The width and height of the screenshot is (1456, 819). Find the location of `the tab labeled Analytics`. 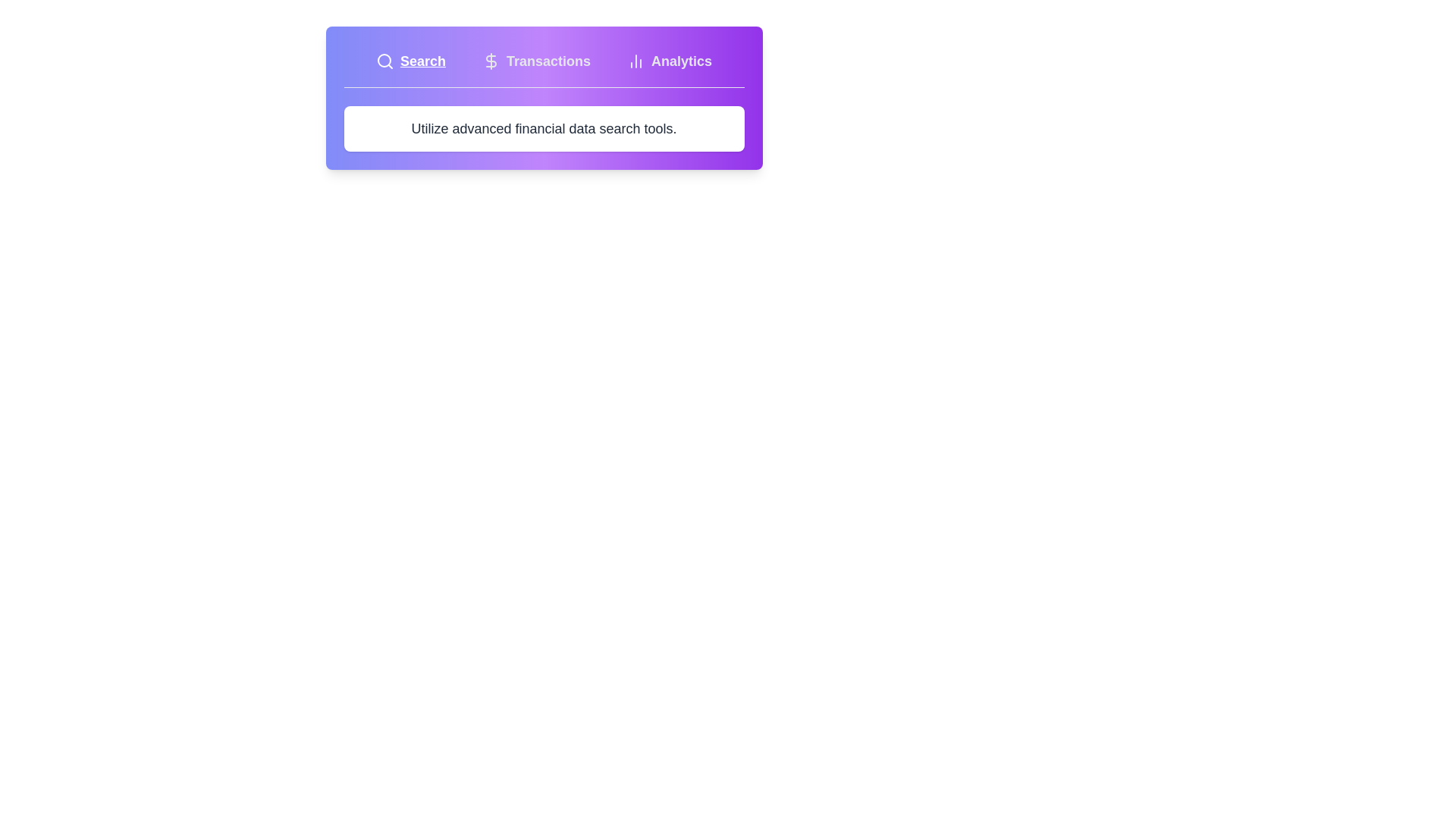

the tab labeled Analytics is located at coordinates (669, 61).